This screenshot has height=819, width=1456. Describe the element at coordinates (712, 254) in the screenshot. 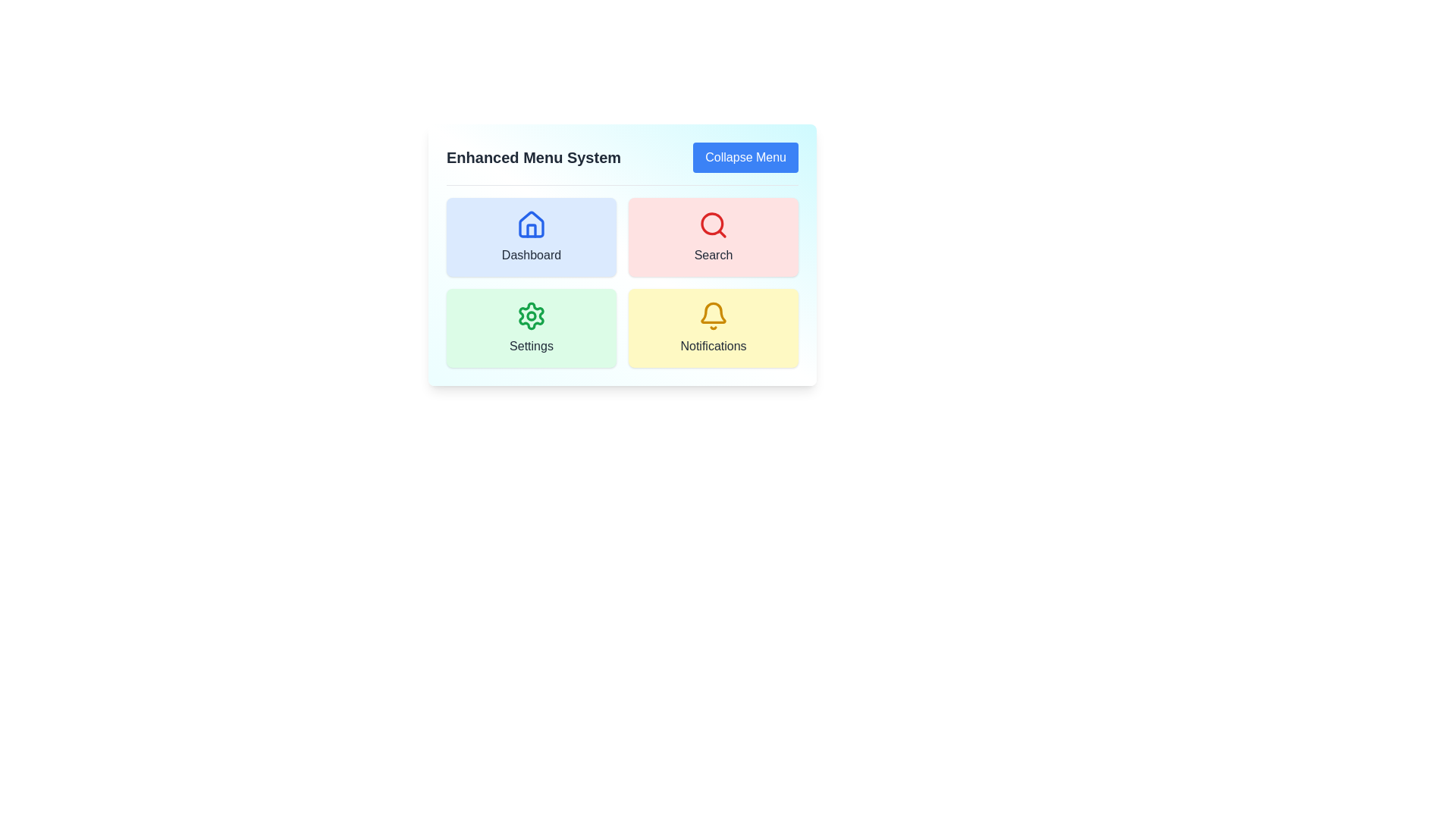

I see `text of the label that describes the purpose of the Search button, which is positioned in the second box of the top row in a grid layout, centered below the magnifying glass icon` at that location.